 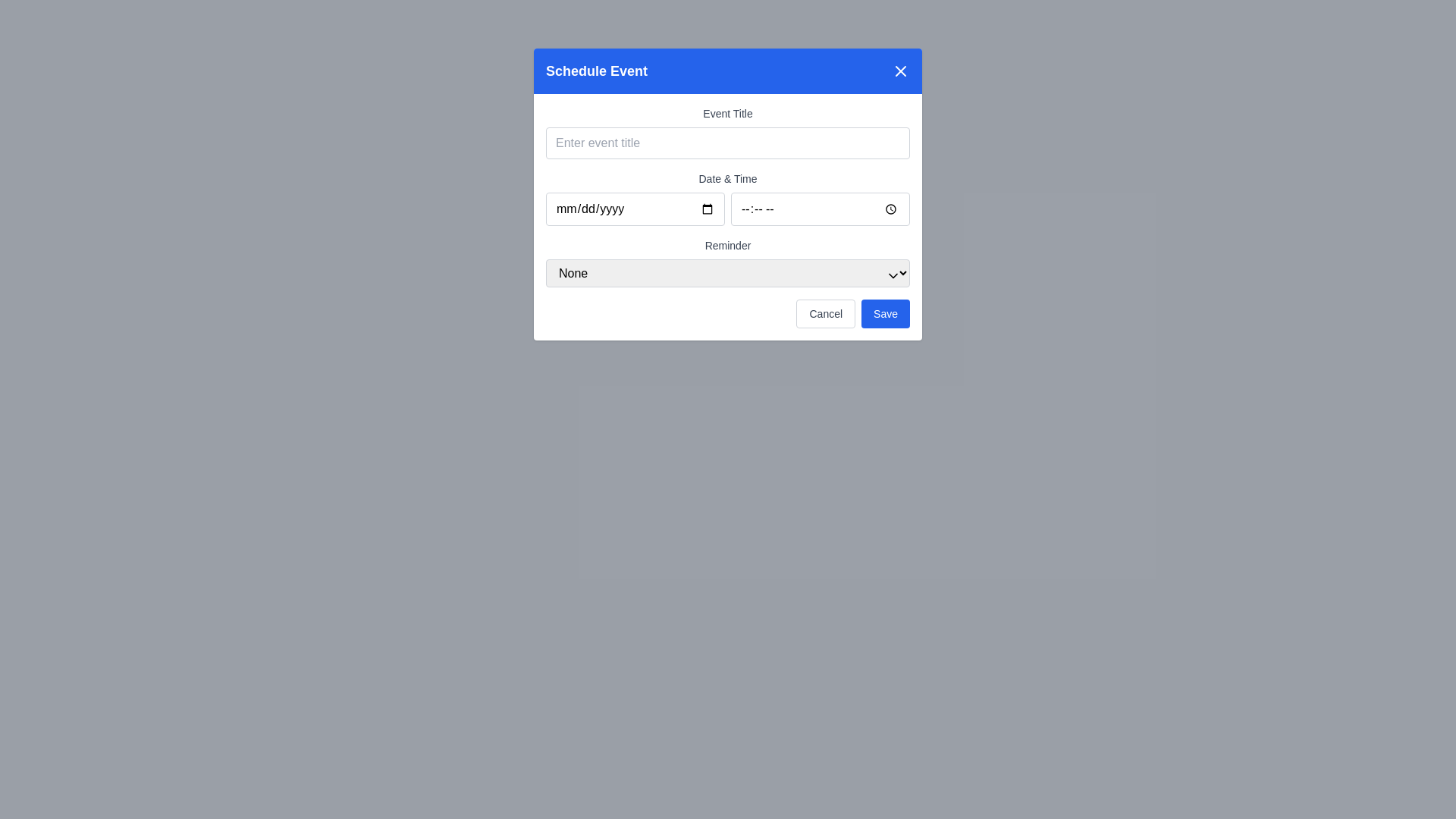 I want to click on the 'Reminder' label, which is a smaller, medium-weight gray text located above the 'None' dropdown in the 'Schedule Event' dialog box, so click(x=728, y=245).